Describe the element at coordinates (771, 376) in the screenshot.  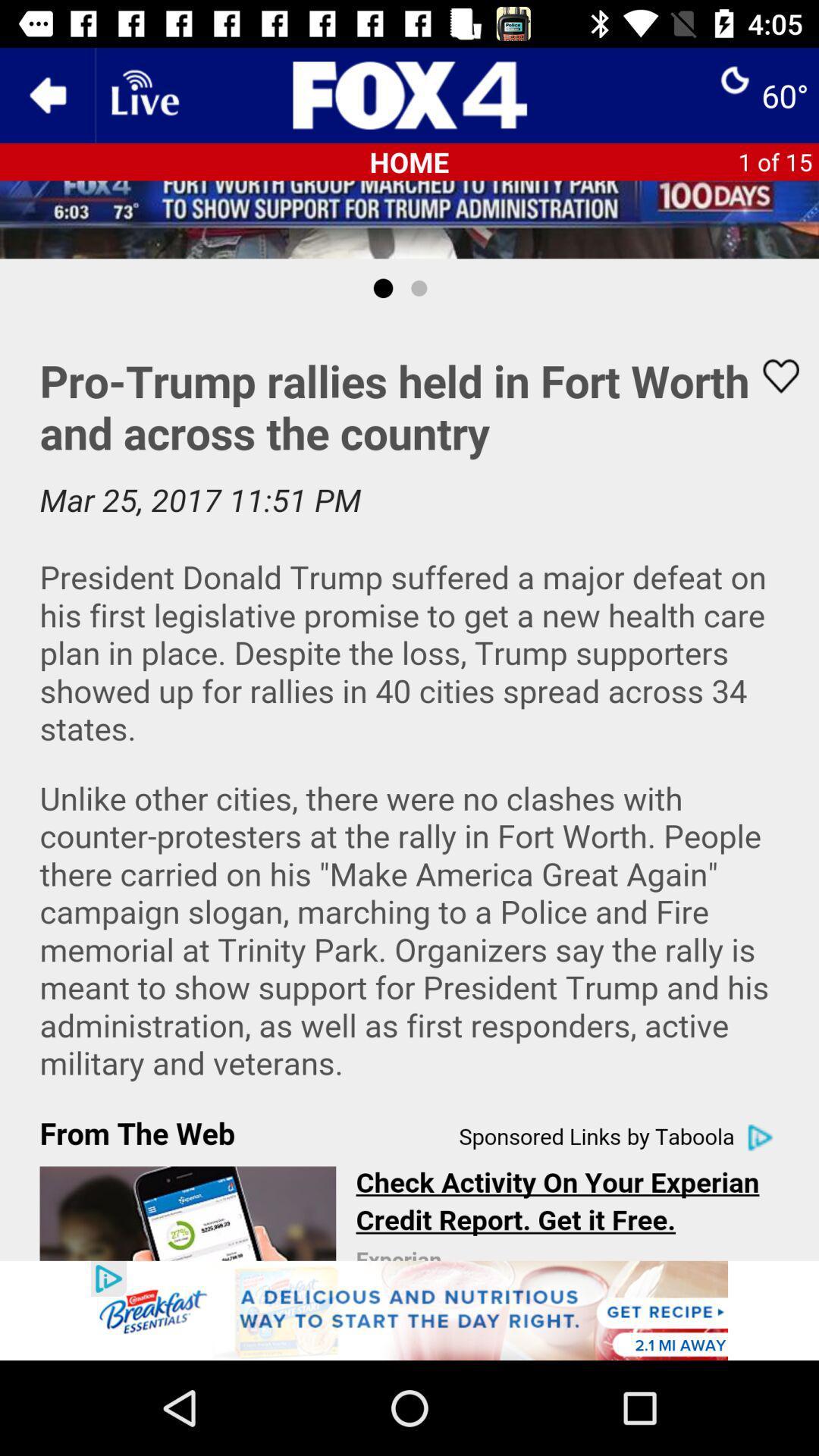
I see `favourite` at that location.